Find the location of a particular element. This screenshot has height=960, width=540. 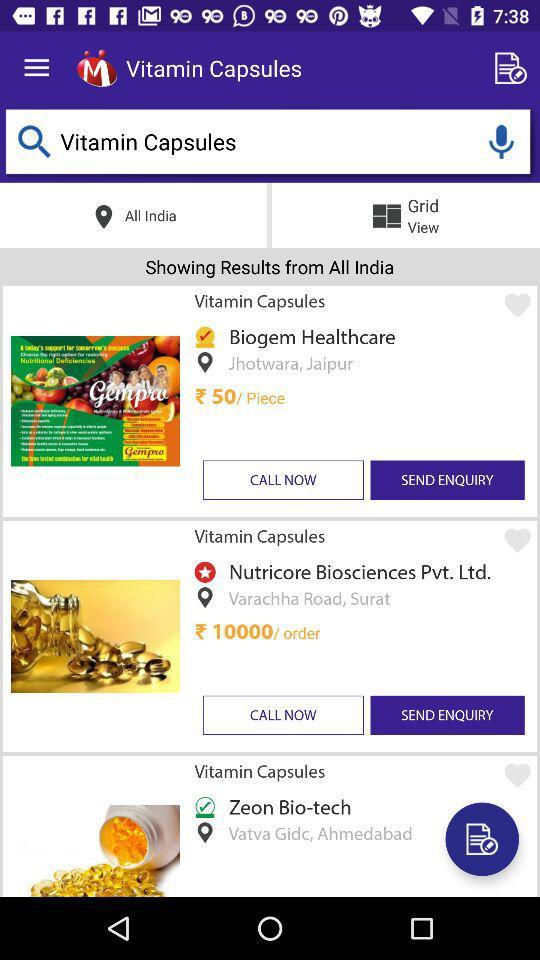

the item to the left of the vitamin capsules item is located at coordinates (96, 68).